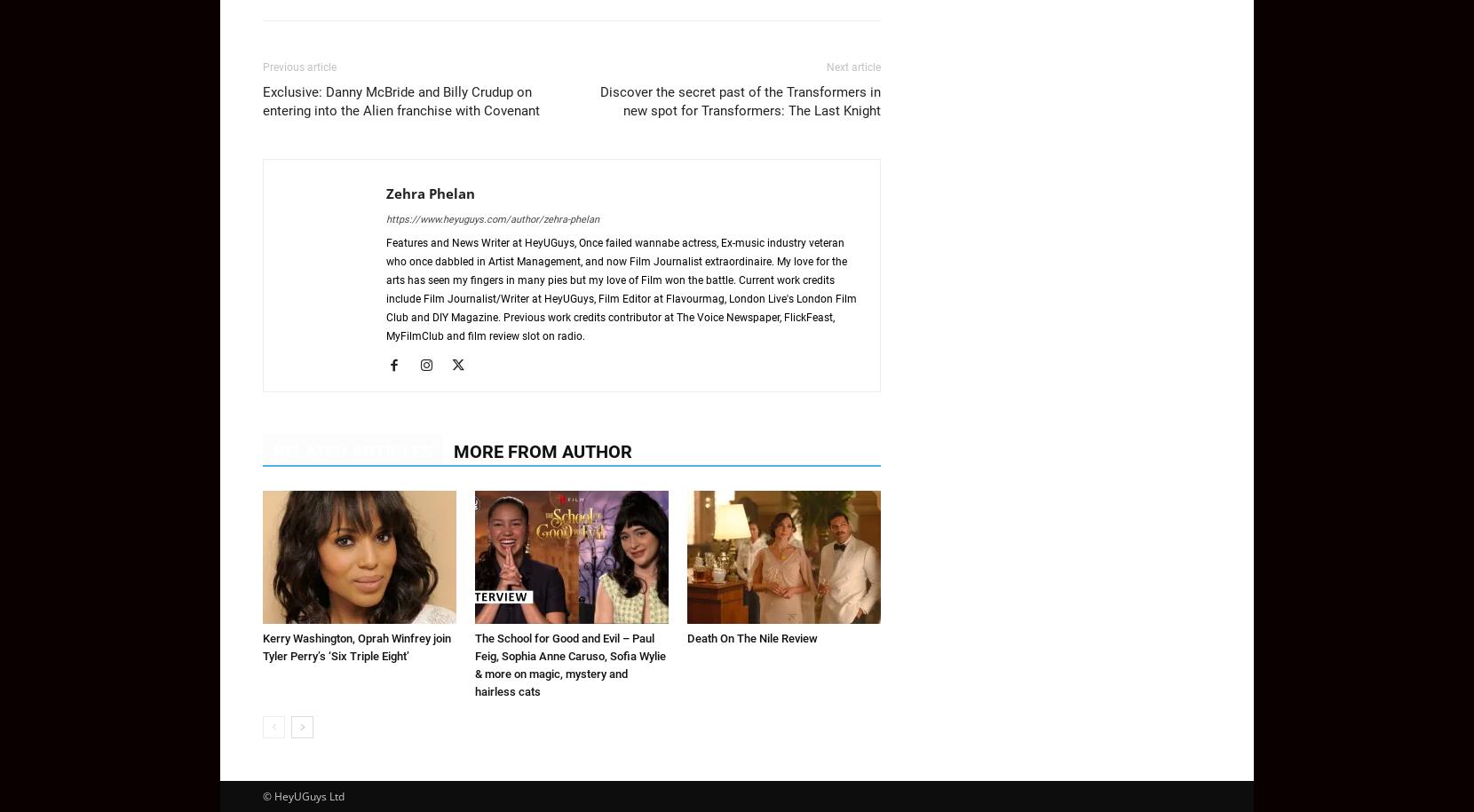  I want to click on 'Next article', so click(825, 67).